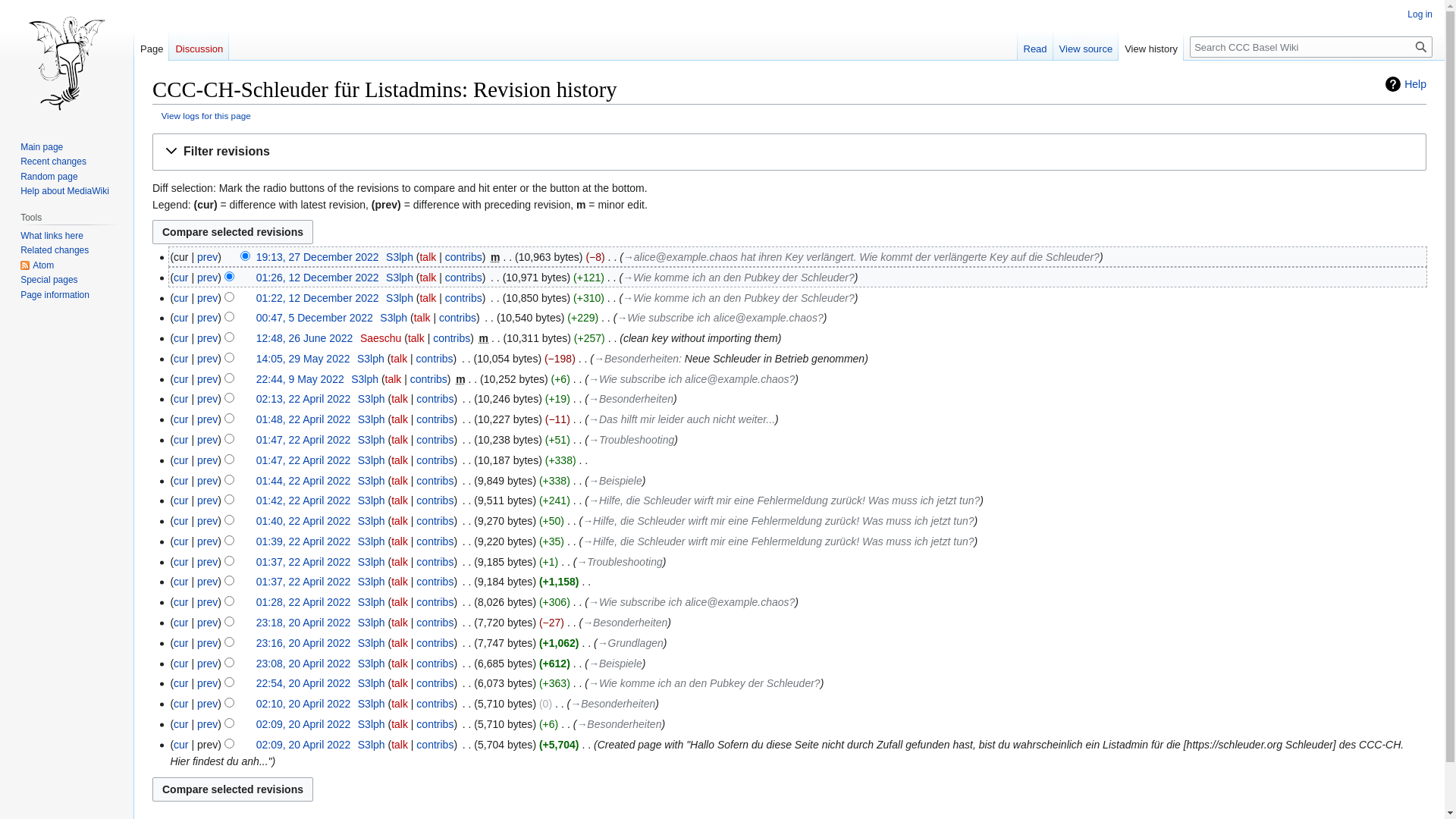 The width and height of the screenshot is (1456, 819). What do you see at coordinates (371, 581) in the screenshot?
I see `'S3lph'` at bounding box center [371, 581].